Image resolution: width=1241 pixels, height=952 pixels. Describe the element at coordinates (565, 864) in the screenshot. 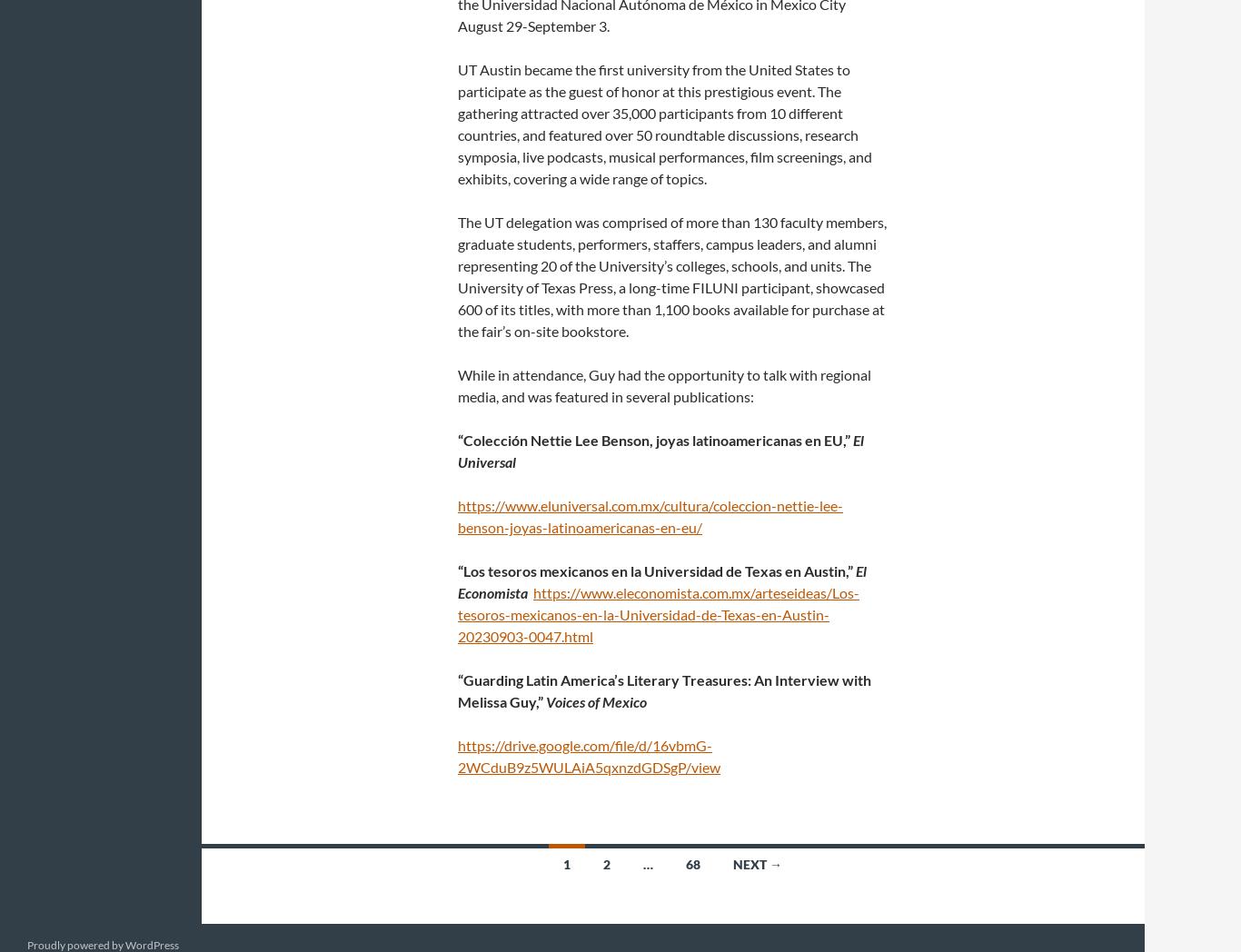

I see `'1'` at that location.